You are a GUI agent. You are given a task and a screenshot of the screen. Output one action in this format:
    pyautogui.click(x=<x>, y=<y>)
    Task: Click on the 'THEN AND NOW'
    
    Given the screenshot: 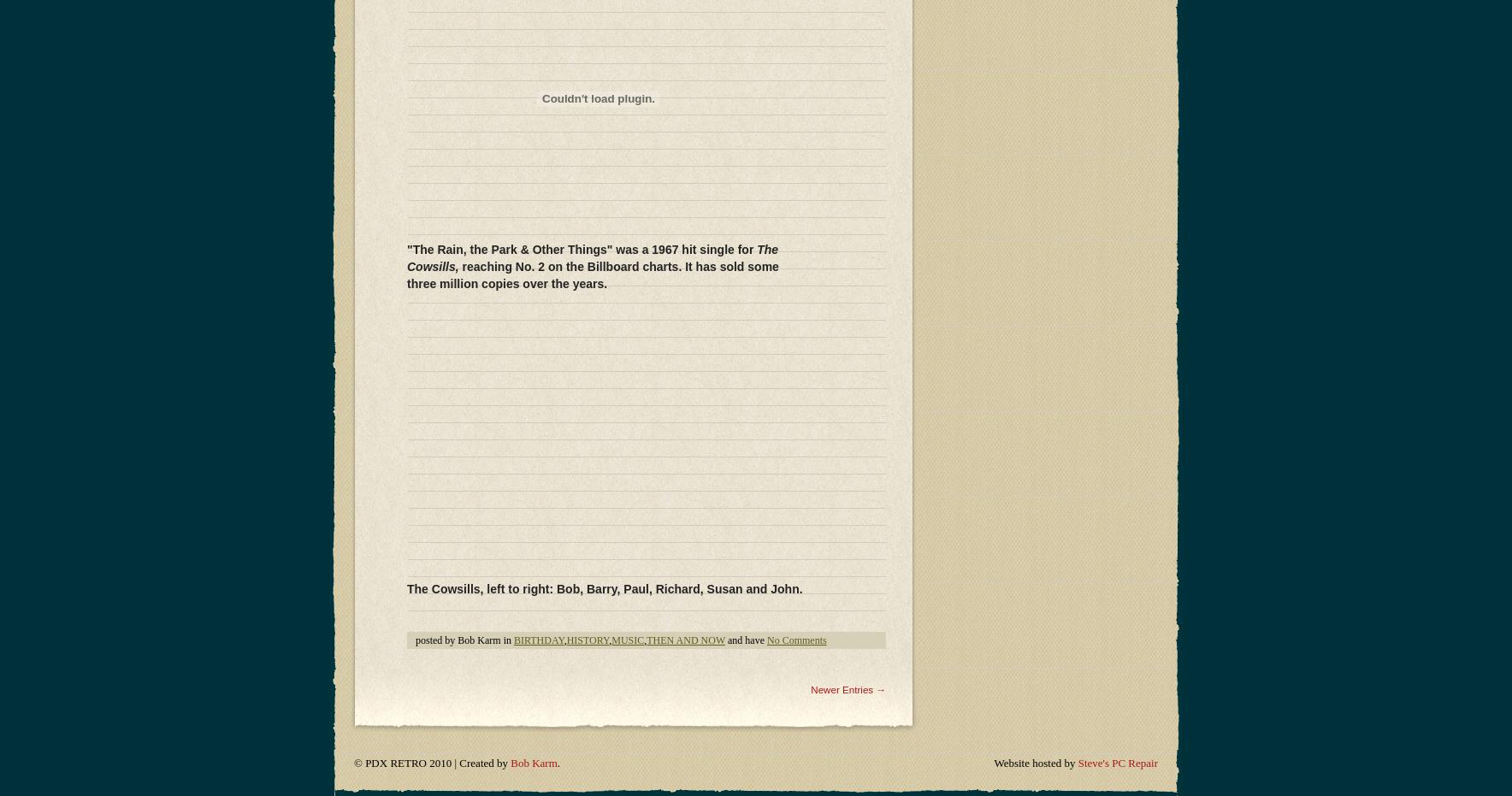 What is the action you would take?
    pyautogui.click(x=685, y=218)
    